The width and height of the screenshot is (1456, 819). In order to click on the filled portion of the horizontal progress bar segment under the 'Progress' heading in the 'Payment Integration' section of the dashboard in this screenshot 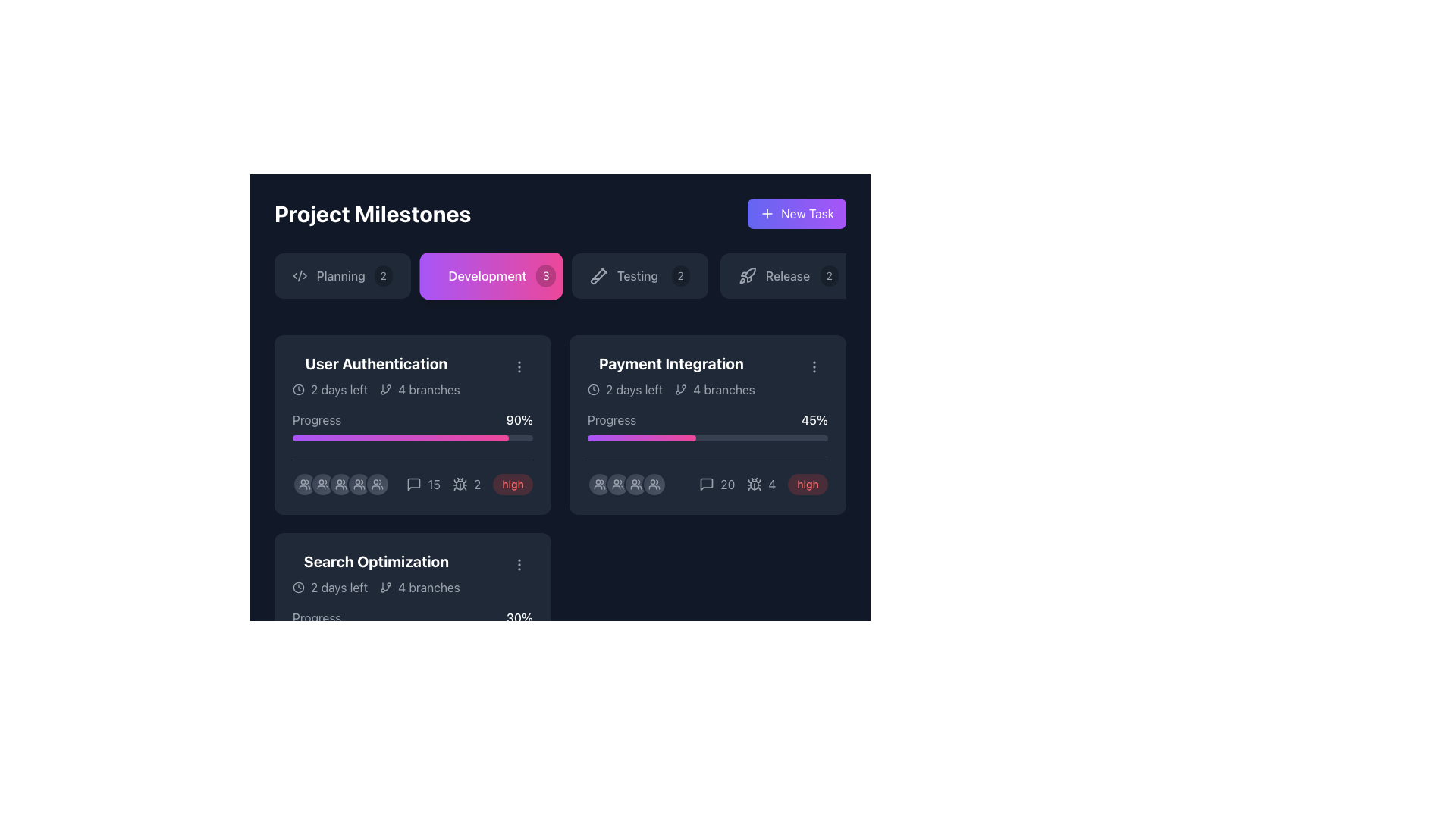, I will do `click(642, 438)`.